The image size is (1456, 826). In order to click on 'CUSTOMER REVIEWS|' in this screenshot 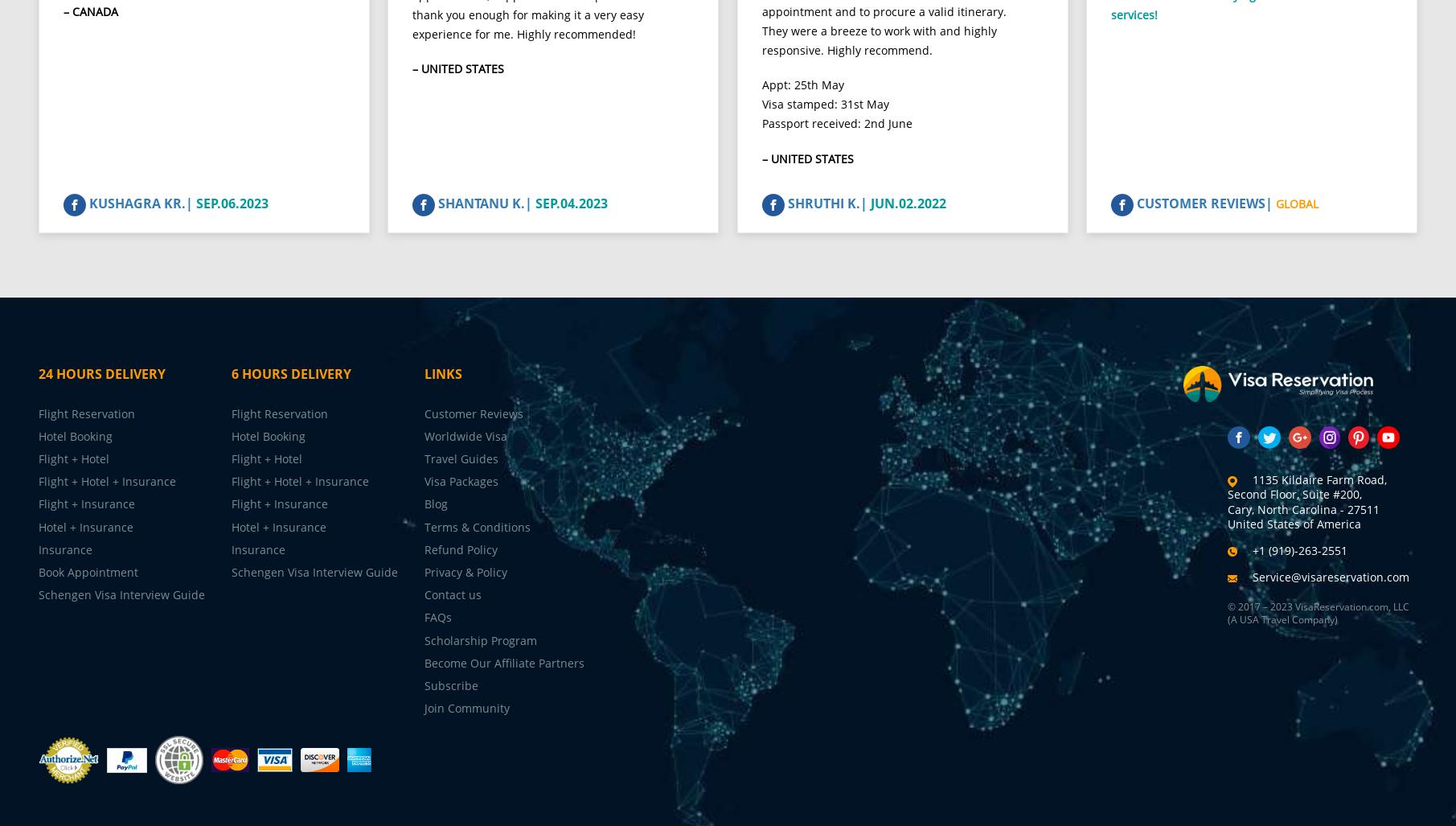, I will do `click(1204, 216)`.